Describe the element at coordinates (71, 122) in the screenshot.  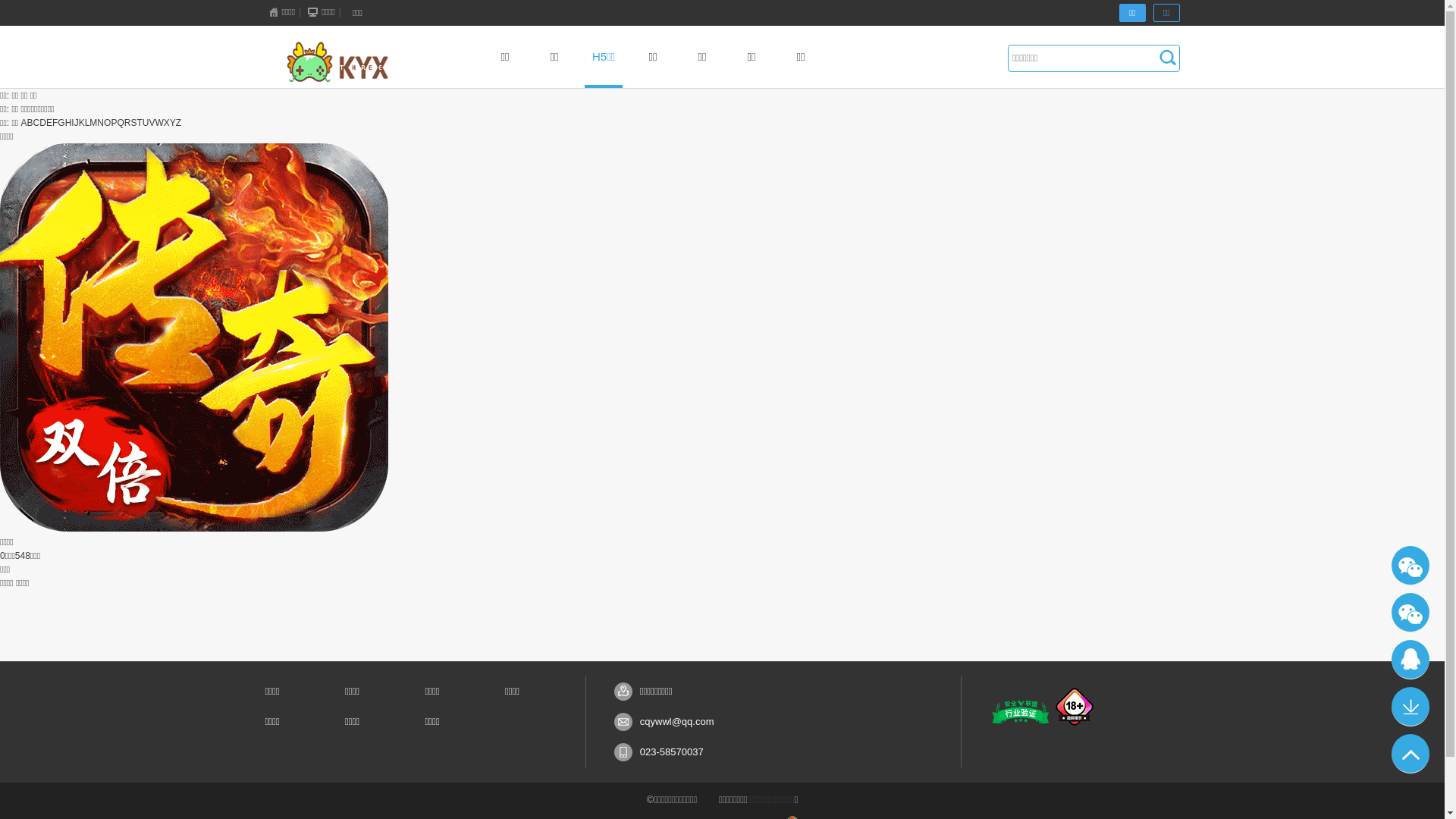
I see `'I'` at that location.